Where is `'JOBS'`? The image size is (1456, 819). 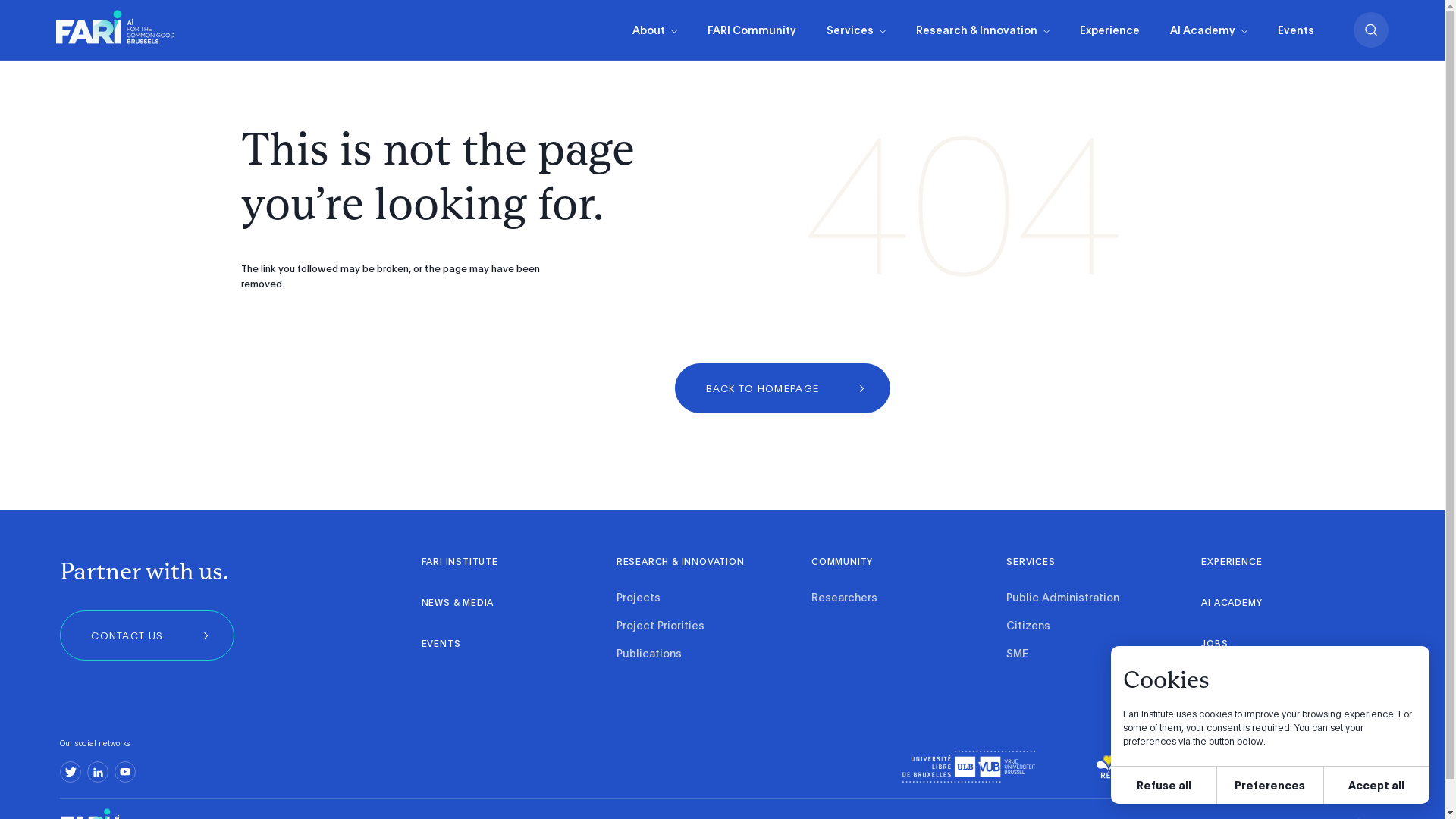
'JOBS' is located at coordinates (1216, 644).